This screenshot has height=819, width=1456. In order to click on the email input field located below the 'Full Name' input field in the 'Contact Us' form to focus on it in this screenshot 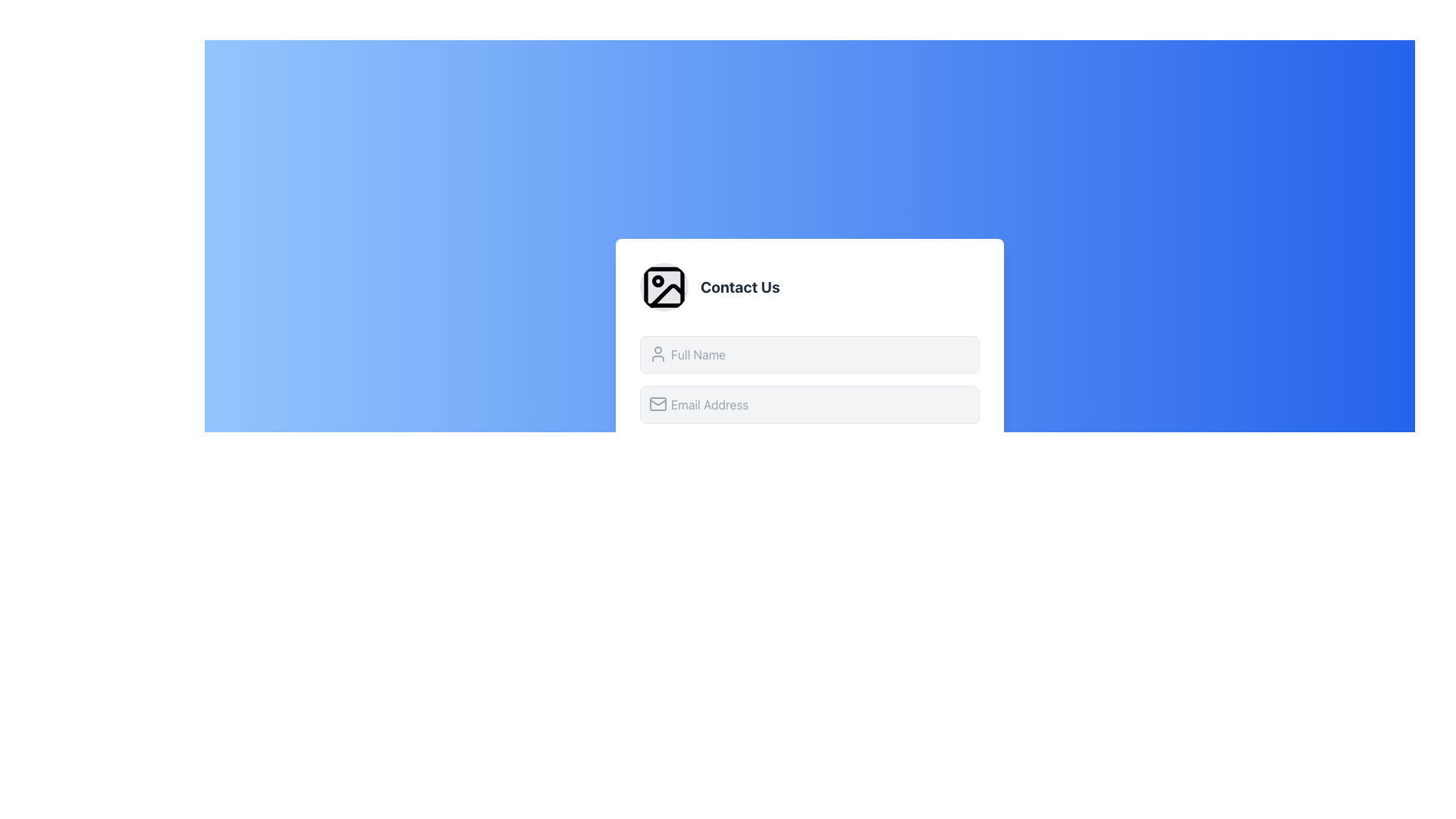, I will do `click(809, 403)`.